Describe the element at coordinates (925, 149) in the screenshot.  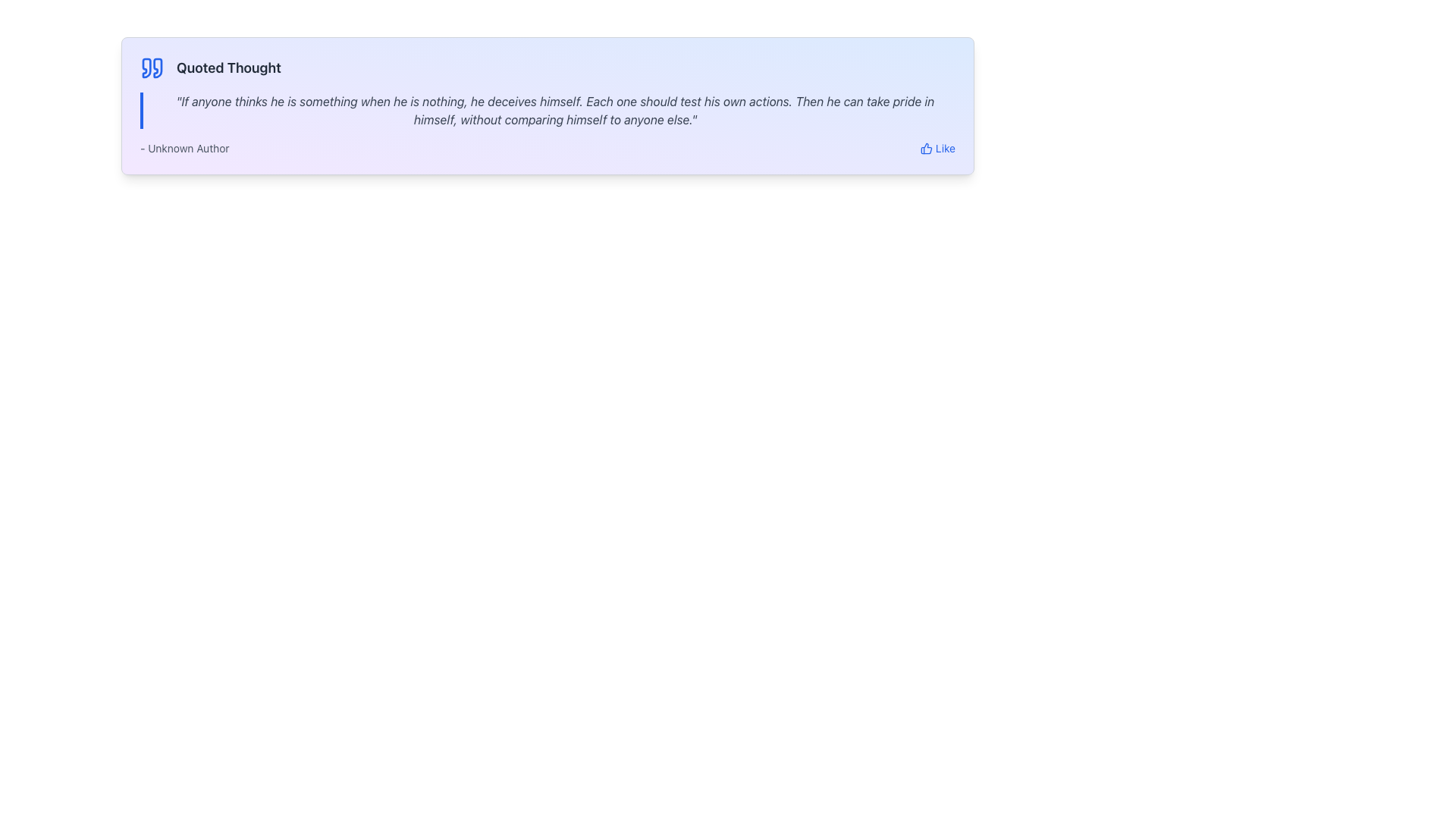
I see `the 'like' SVG icon located in the lower-right region of the interface, immediately to the left of the blue 'Like' text label, to indicate a 'Like' action` at that location.